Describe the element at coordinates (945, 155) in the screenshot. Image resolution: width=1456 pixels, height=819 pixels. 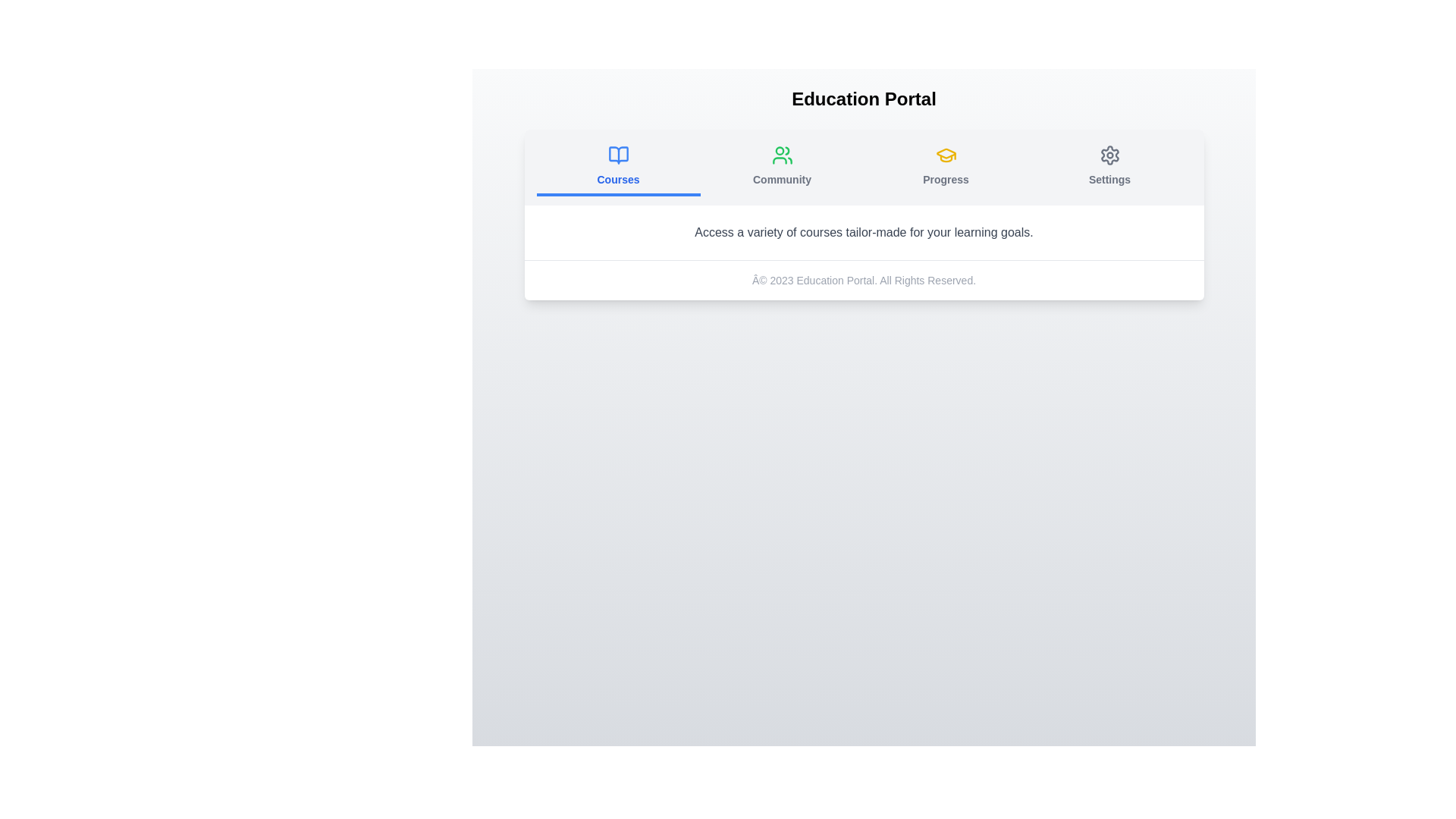
I see `the graduation cap icon with a yellow color theme located above the 'Progress' text in the navigation bar` at that location.